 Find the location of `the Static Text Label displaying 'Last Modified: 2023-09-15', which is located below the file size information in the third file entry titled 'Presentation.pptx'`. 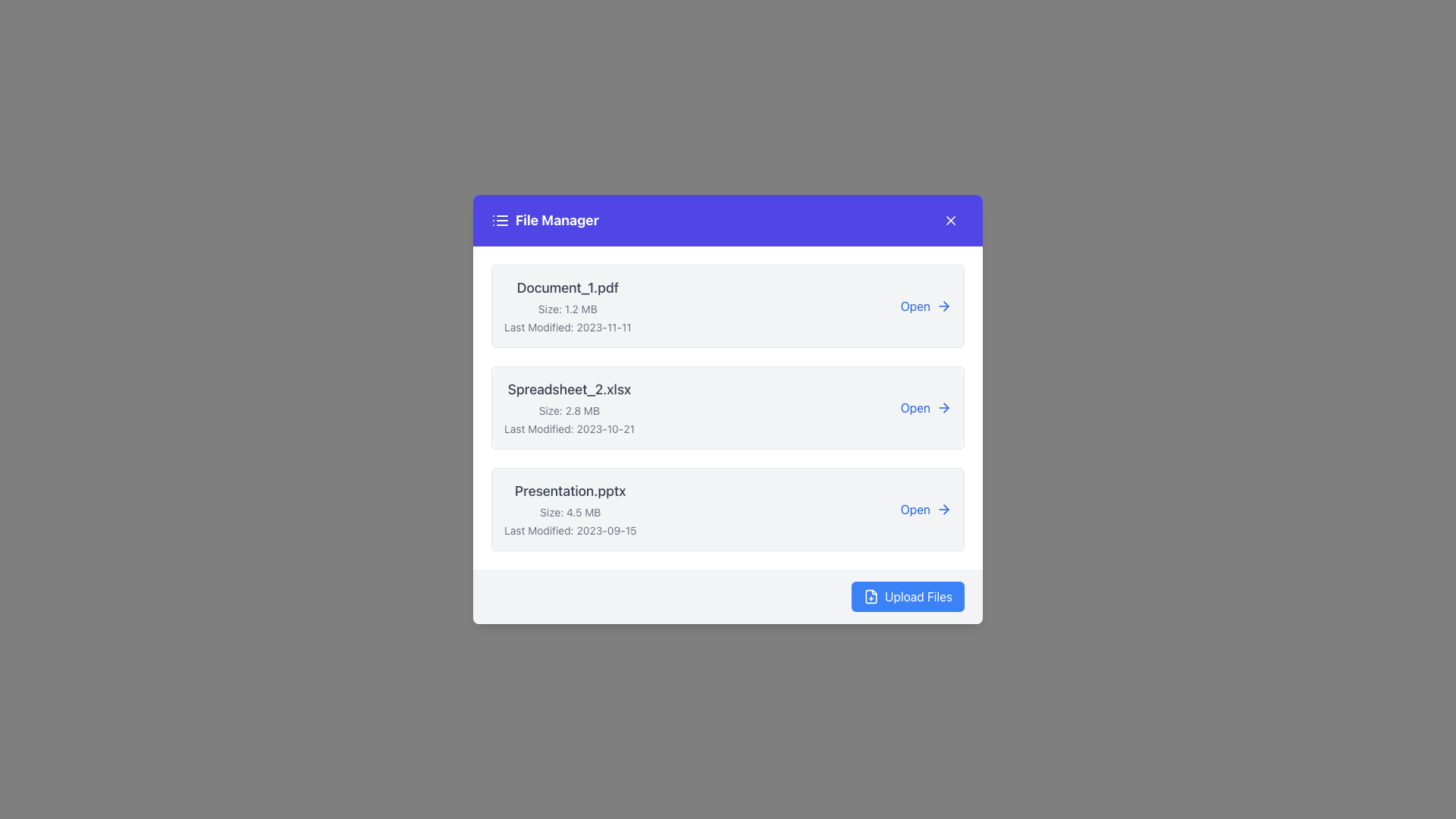

the Static Text Label displaying 'Last Modified: 2023-09-15', which is located below the file size information in the third file entry titled 'Presentation.pptx' is located at coordinates (570, 529).